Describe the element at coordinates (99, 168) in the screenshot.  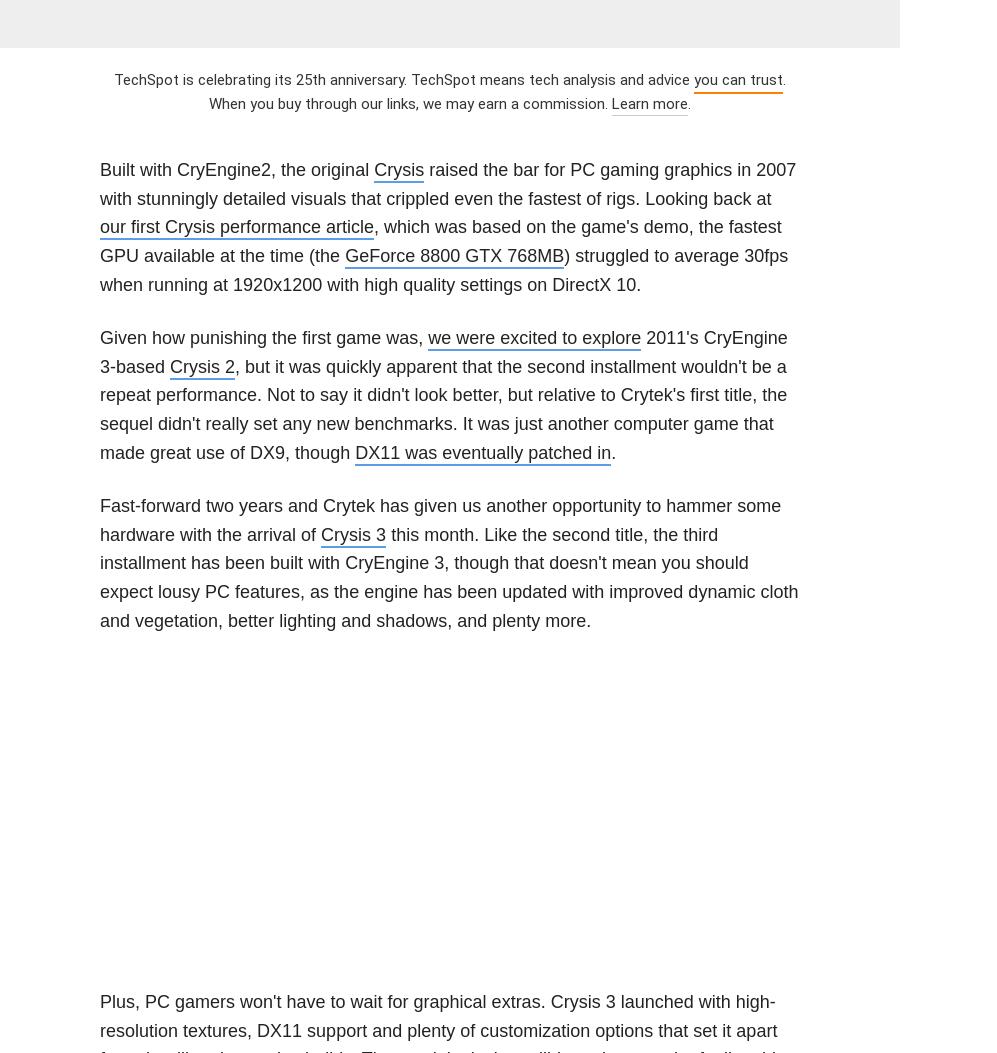
I see `'Built with CryEngine2, the original'` at that location.